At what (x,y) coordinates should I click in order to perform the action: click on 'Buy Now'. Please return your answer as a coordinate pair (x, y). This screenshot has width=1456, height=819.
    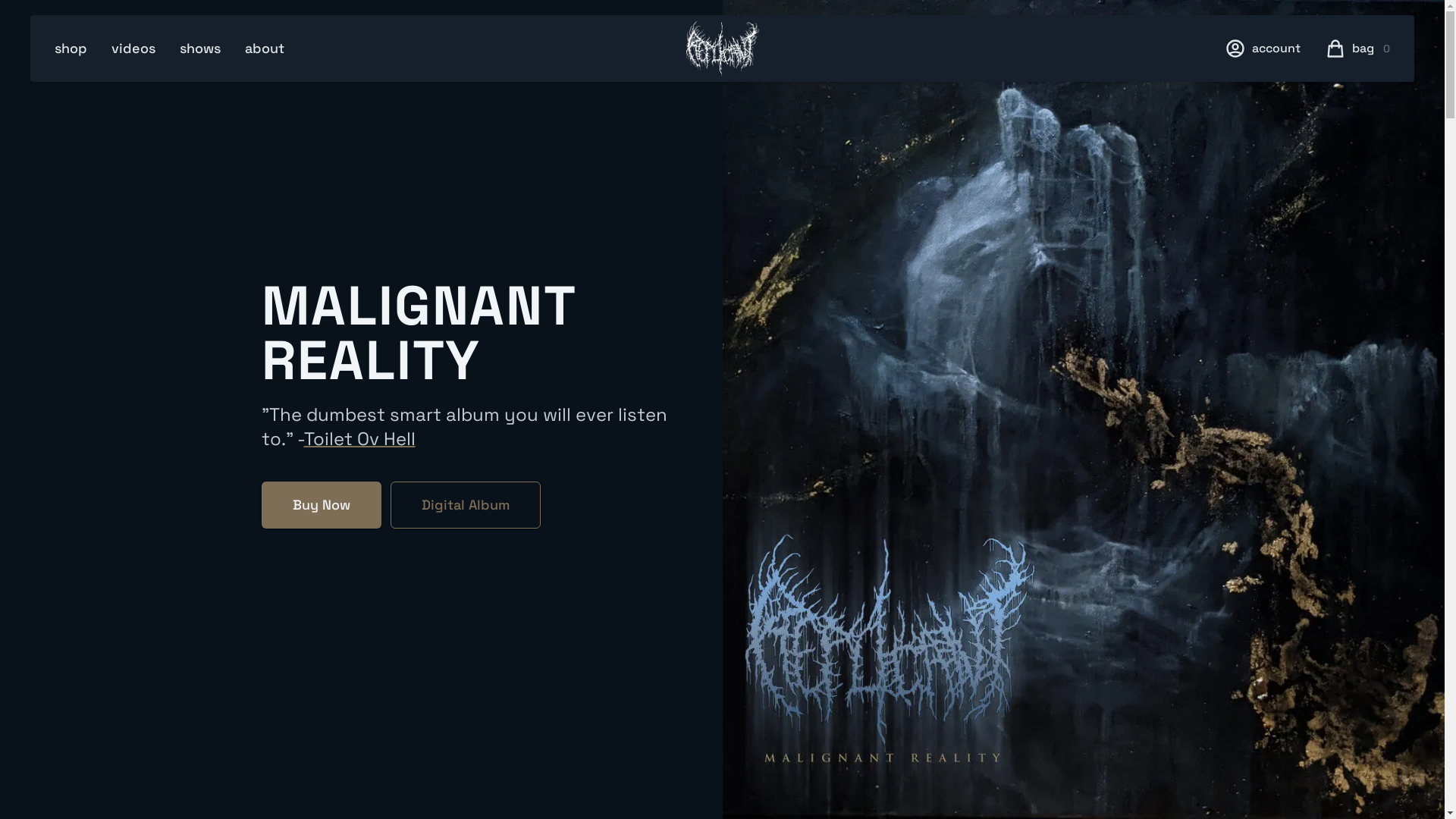
    Looking at the image, I should click on (319, 505).